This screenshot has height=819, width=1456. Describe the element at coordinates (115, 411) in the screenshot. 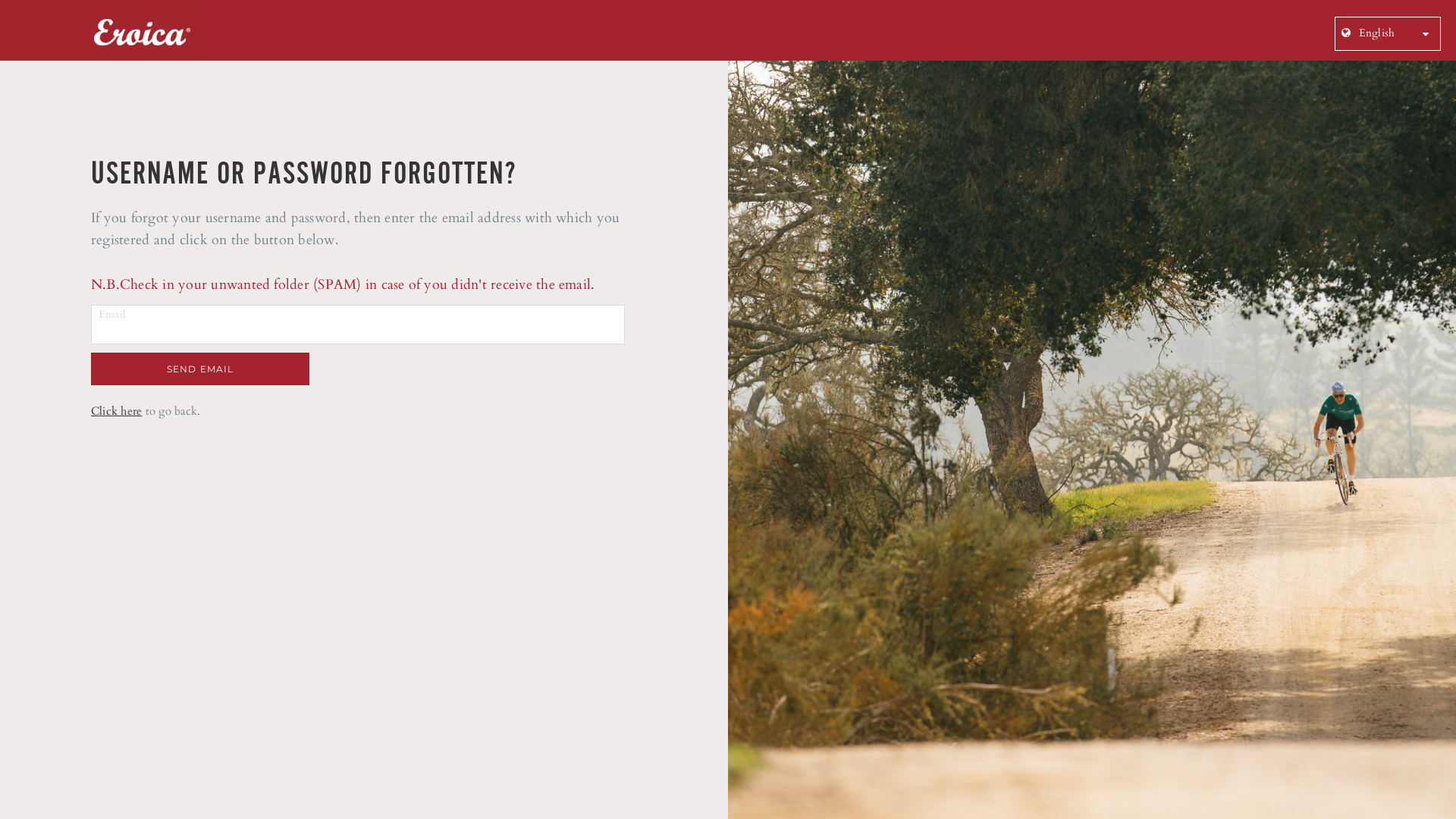

I see `'Click here'` at that location.